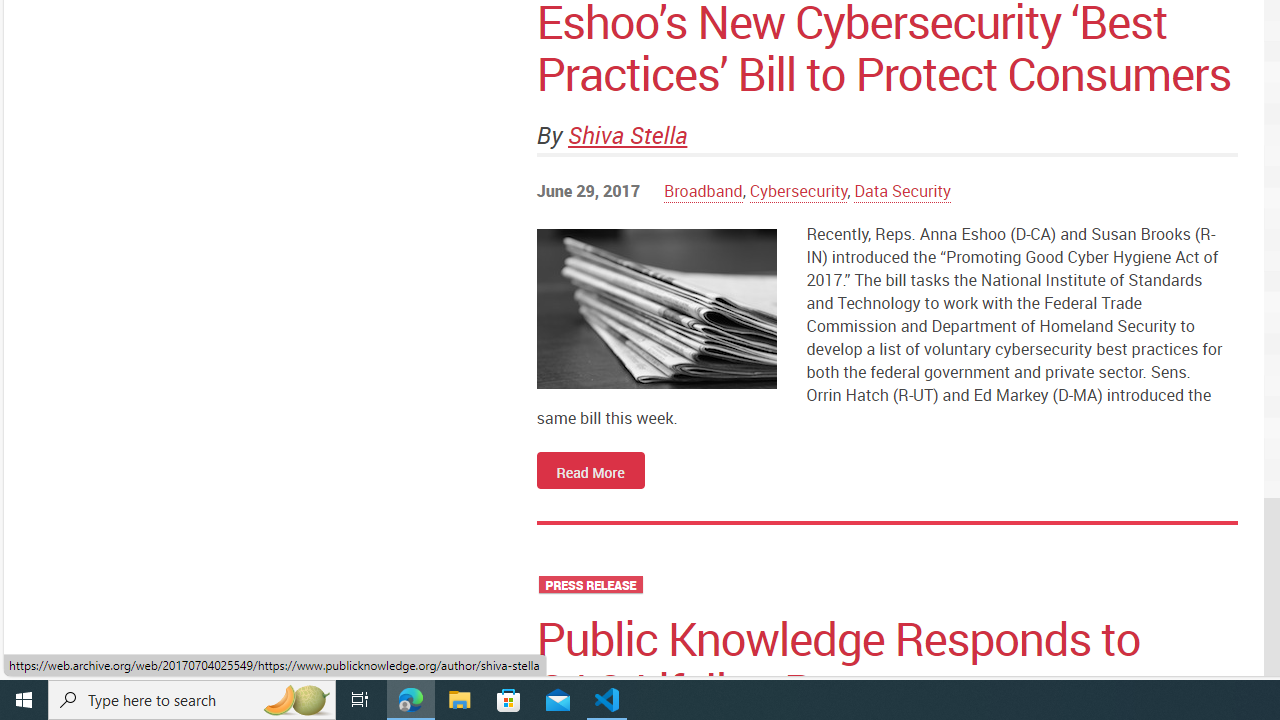  I want to click on ' img', so click(656, 308).